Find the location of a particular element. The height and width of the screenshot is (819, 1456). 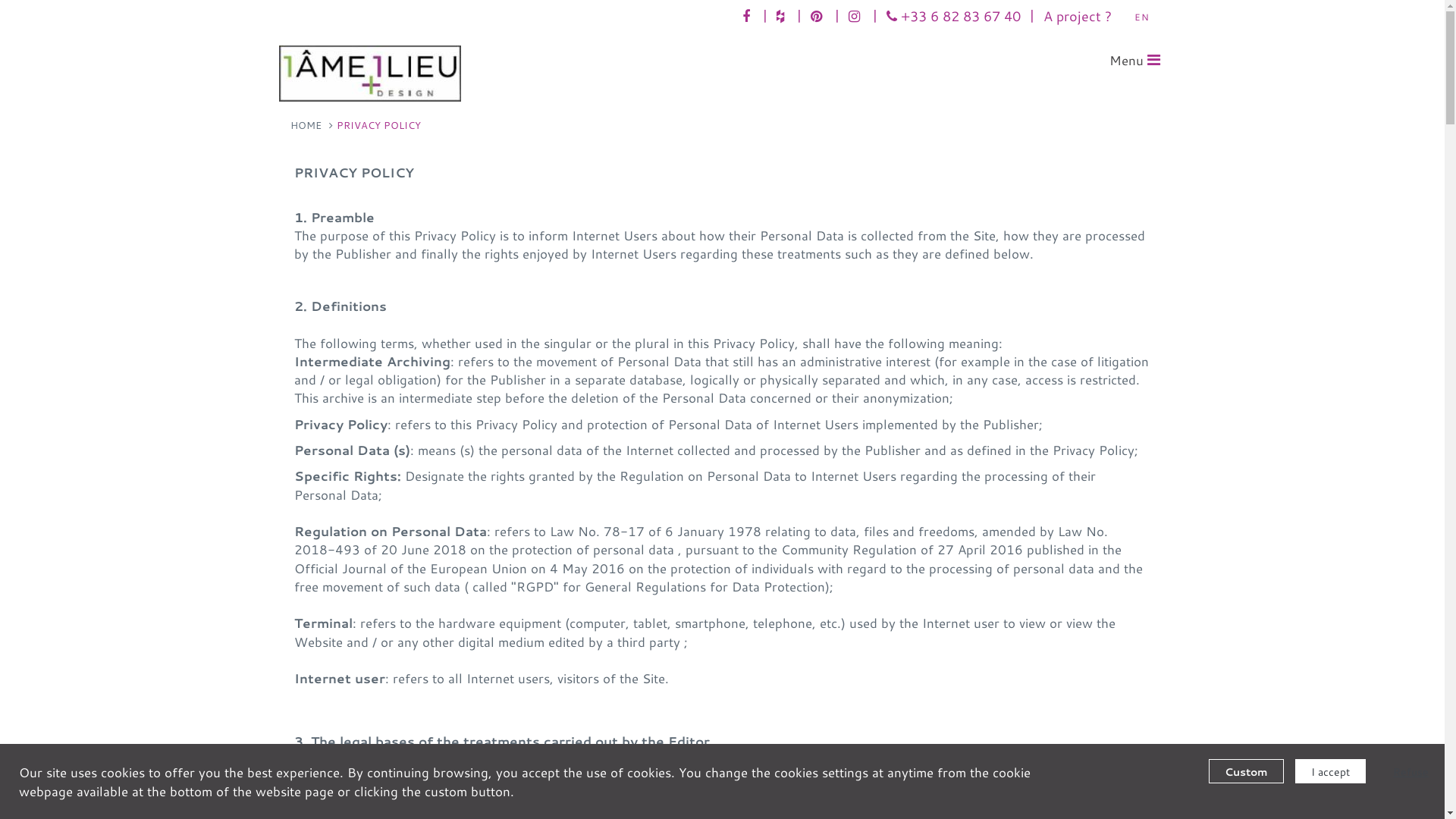

'I accept' is located at coordinates (1329, 771).